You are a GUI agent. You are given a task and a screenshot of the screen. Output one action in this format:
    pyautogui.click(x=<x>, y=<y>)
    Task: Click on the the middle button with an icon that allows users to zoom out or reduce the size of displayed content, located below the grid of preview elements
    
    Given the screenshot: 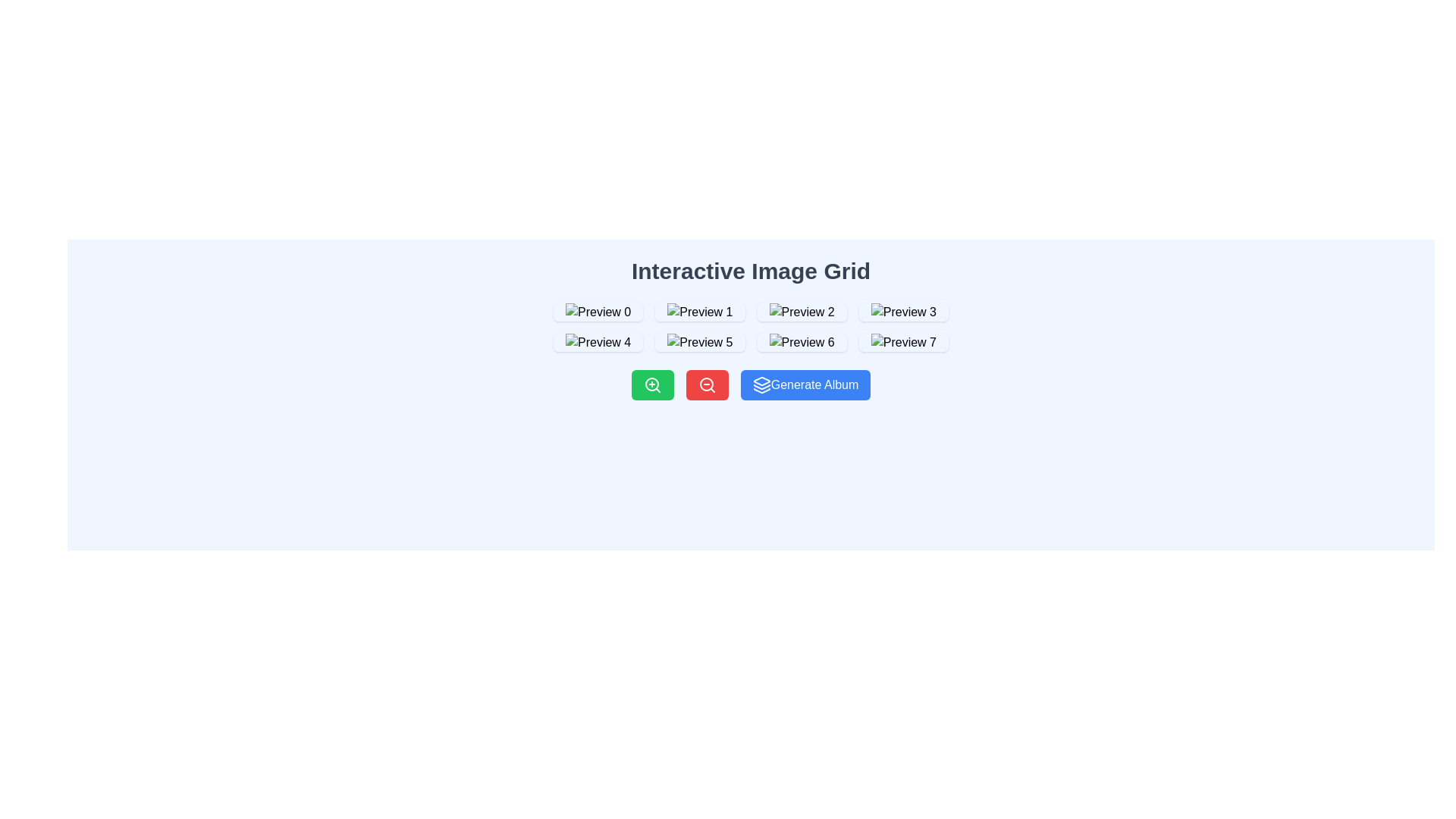 What is the action you would take?
    pyautogui.click(x=706, y=384)
    